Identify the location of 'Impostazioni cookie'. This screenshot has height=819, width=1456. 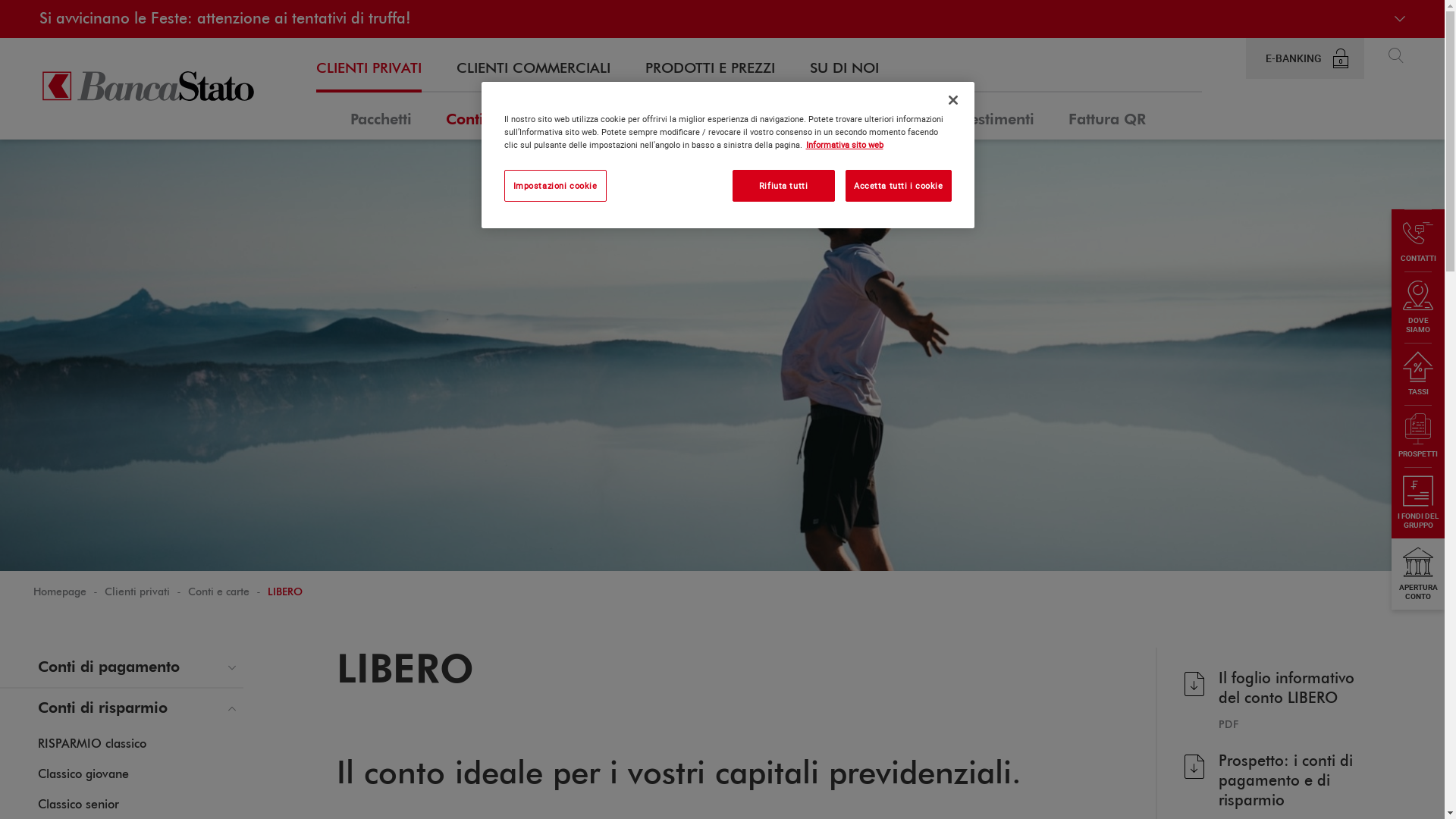
(554, 185).